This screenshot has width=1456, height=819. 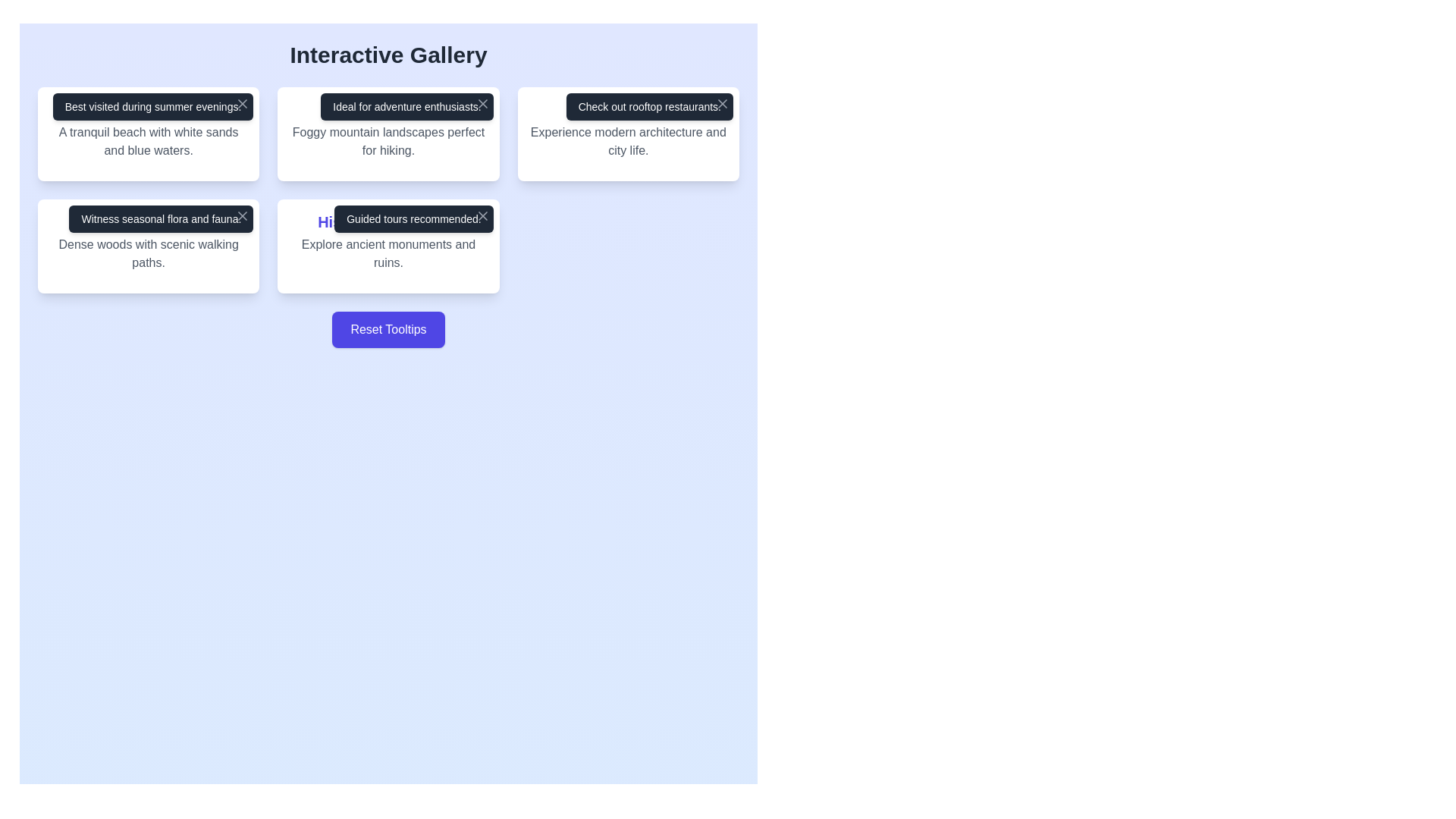 I want to click on the close button located at the top-right corner of the tooltip that contains the text 'Ideal for adventure enthusiasts' to change its color, so click(x=482, y=103).